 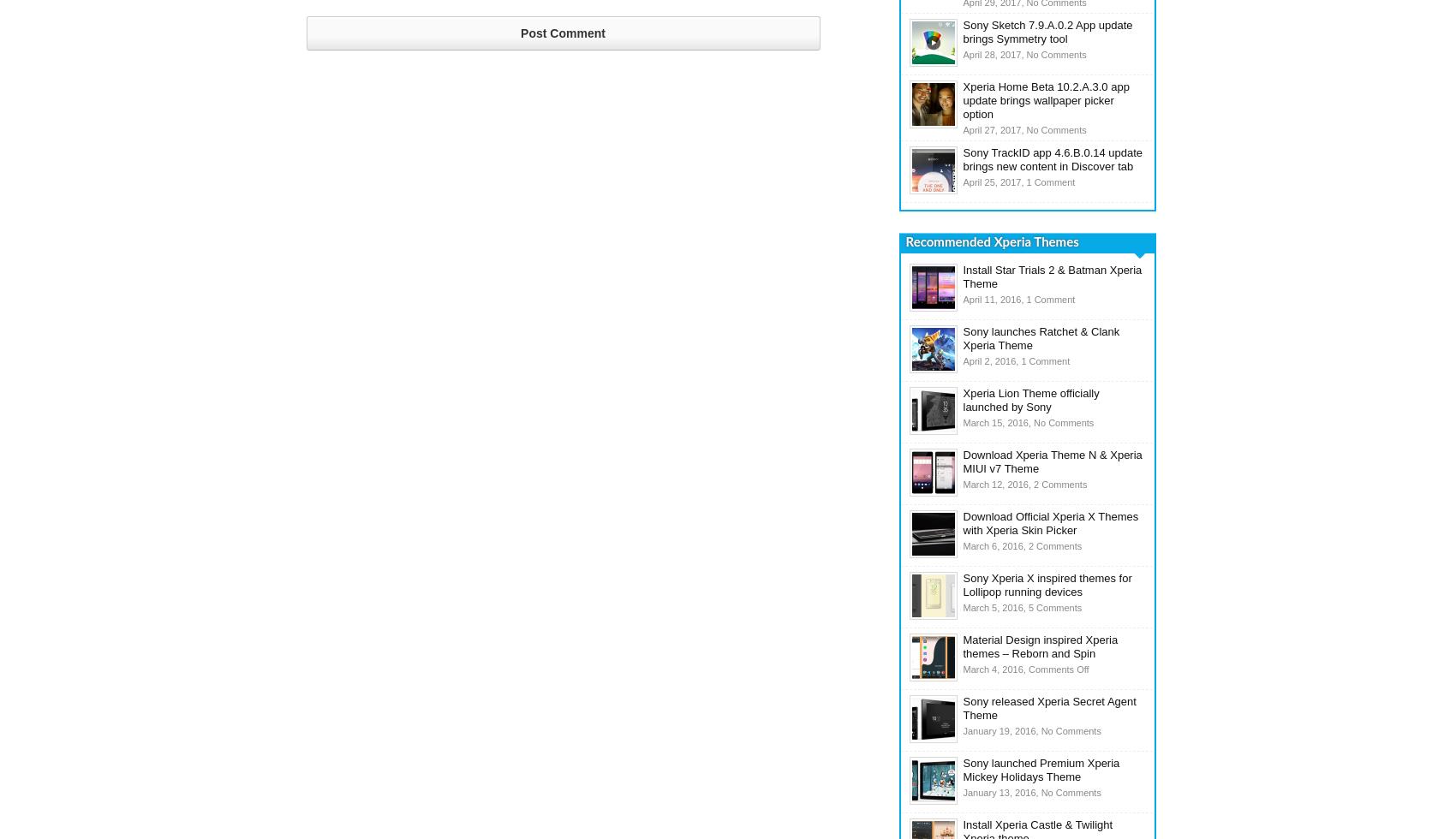 What do you see at coordinates (998, 485) in the screenshot?
I see `'March 12, 2016,'` at bounding box center [998, 485].